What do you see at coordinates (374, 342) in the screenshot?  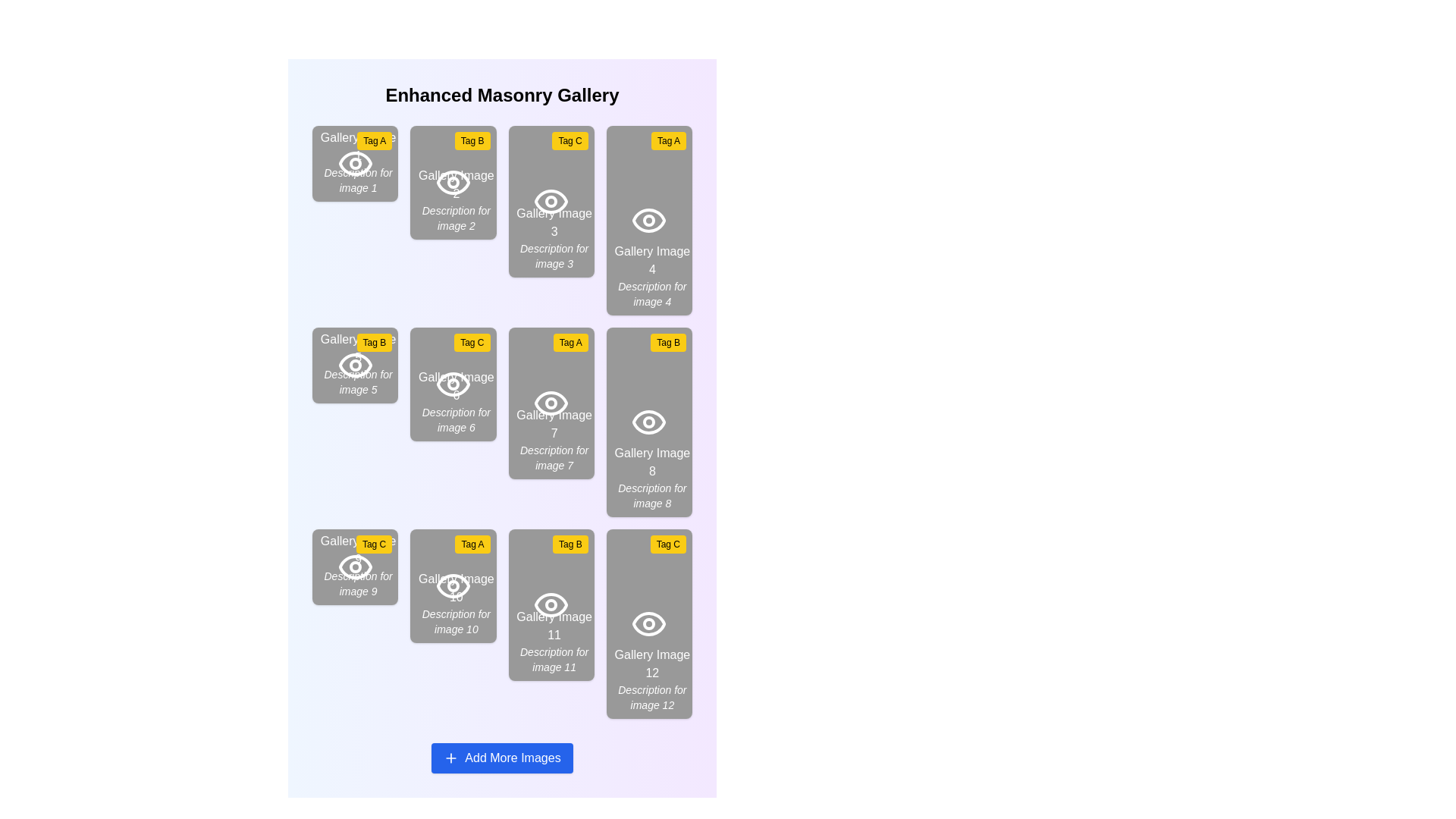 I see `the label with the yellow background and the text 'Tag B' to read its content` at bounding box center [374, 342].